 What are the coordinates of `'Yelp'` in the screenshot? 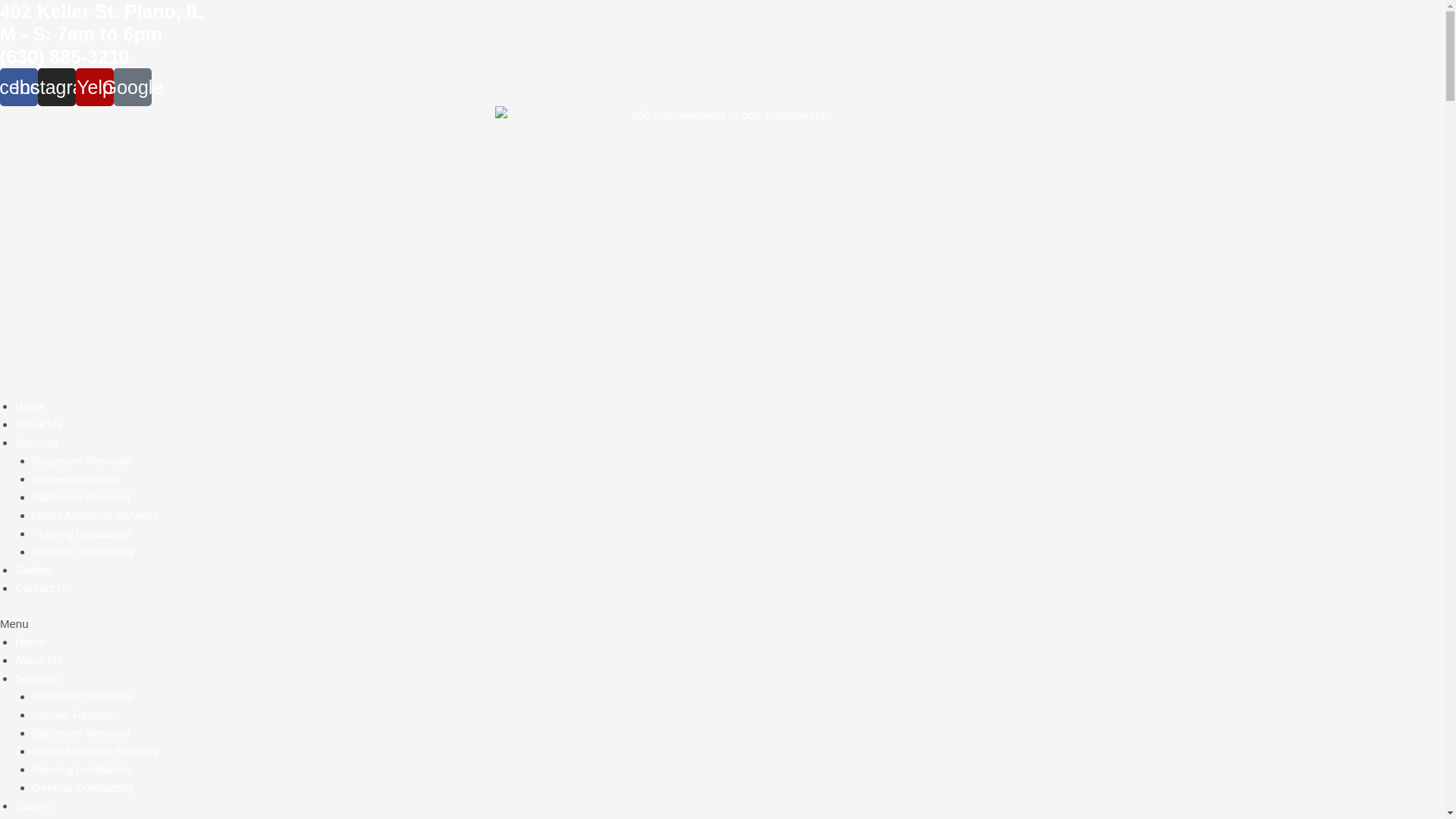 It's located at (93, 87).